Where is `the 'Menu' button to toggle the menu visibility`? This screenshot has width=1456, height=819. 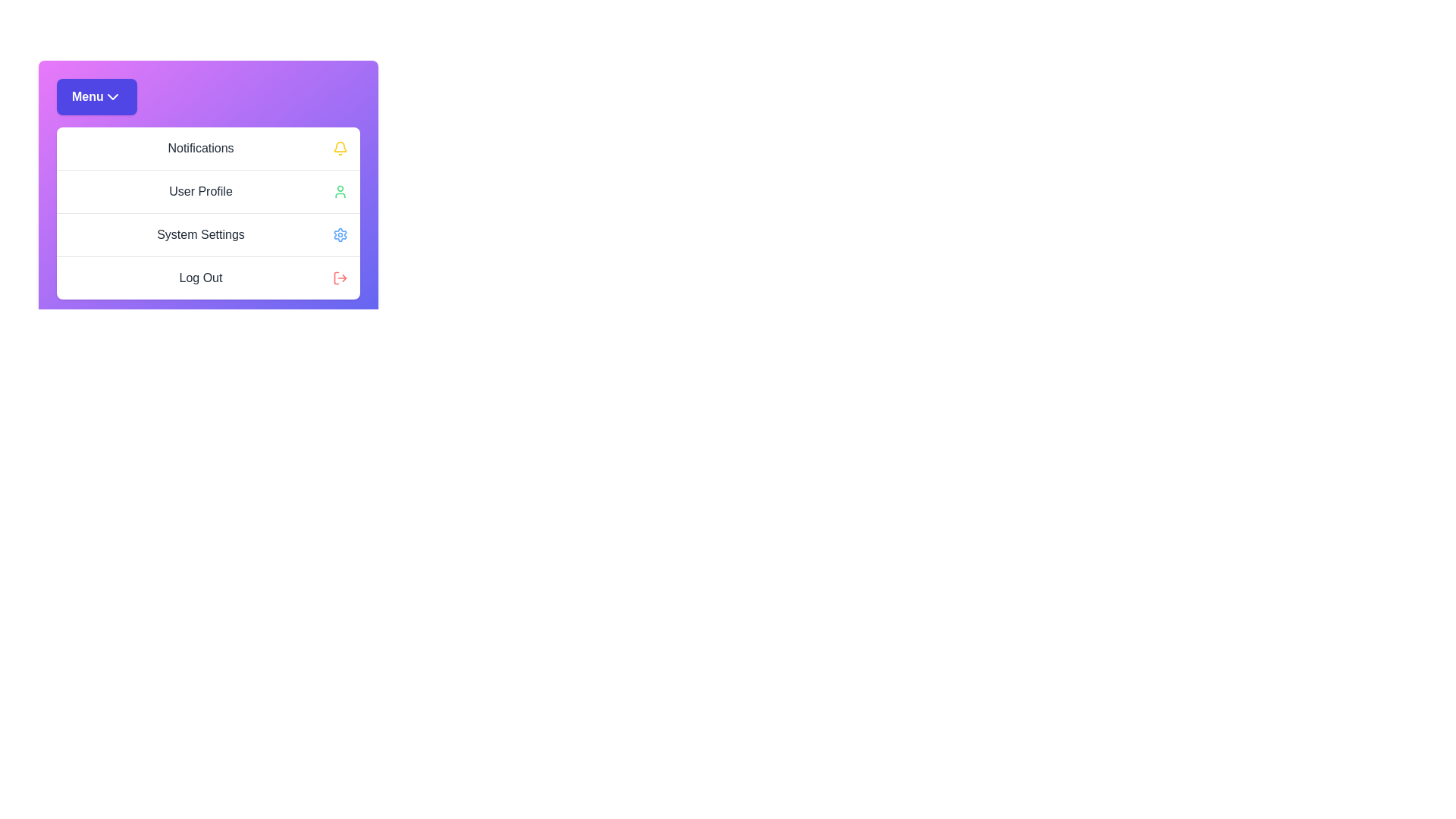
the 'Menu' button to toggle the menu visibility is located at coordinates (95, 96).